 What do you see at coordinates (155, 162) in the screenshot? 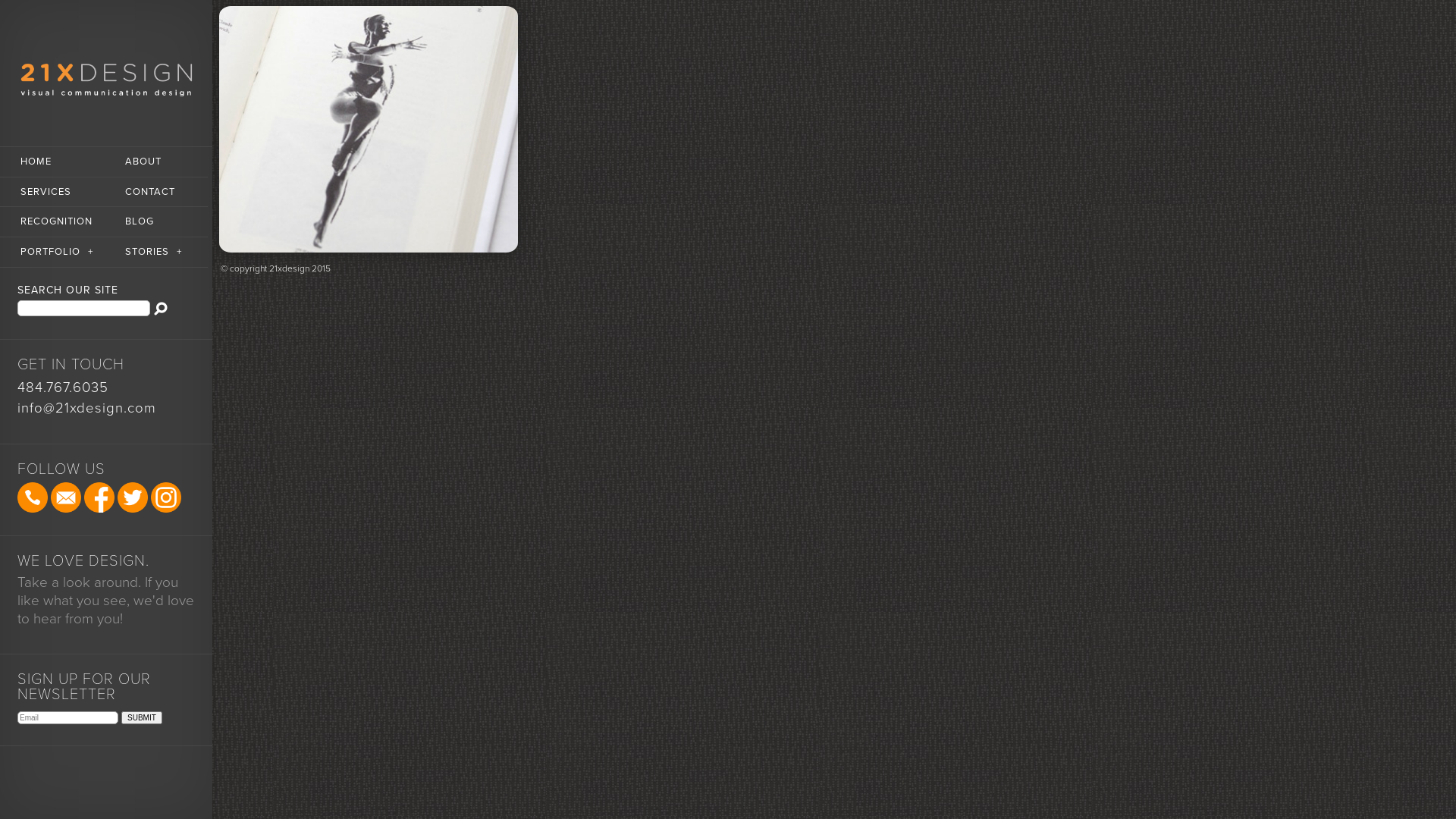
I see `'ABOUT'` at bounding box center [155, 162].